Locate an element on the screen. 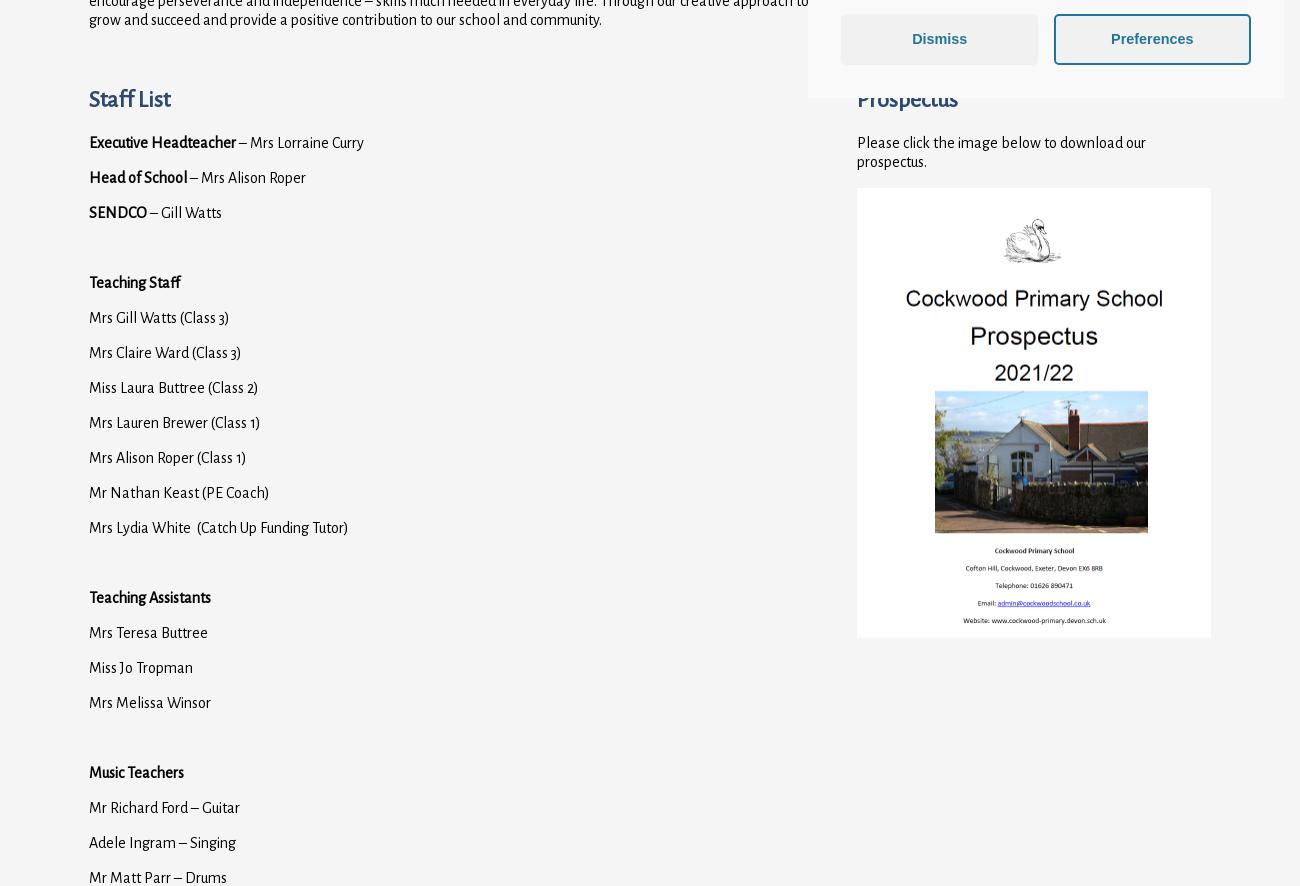 The image size is (1300, 886). 'Teaching Assistants' is located at coordinates (149, 596).